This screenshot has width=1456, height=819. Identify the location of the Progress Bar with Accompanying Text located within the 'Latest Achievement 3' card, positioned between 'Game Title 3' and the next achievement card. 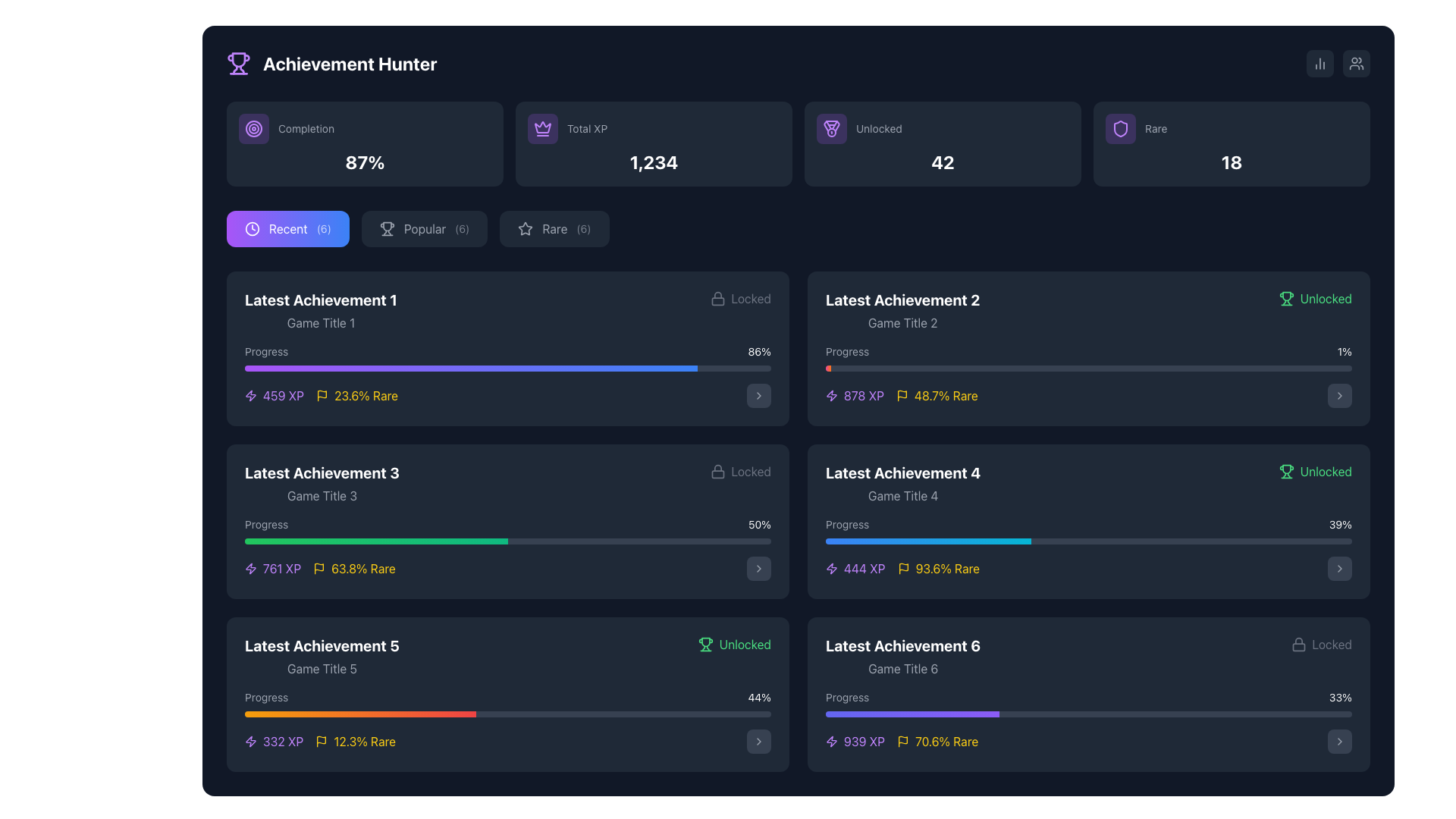
(508, 549).